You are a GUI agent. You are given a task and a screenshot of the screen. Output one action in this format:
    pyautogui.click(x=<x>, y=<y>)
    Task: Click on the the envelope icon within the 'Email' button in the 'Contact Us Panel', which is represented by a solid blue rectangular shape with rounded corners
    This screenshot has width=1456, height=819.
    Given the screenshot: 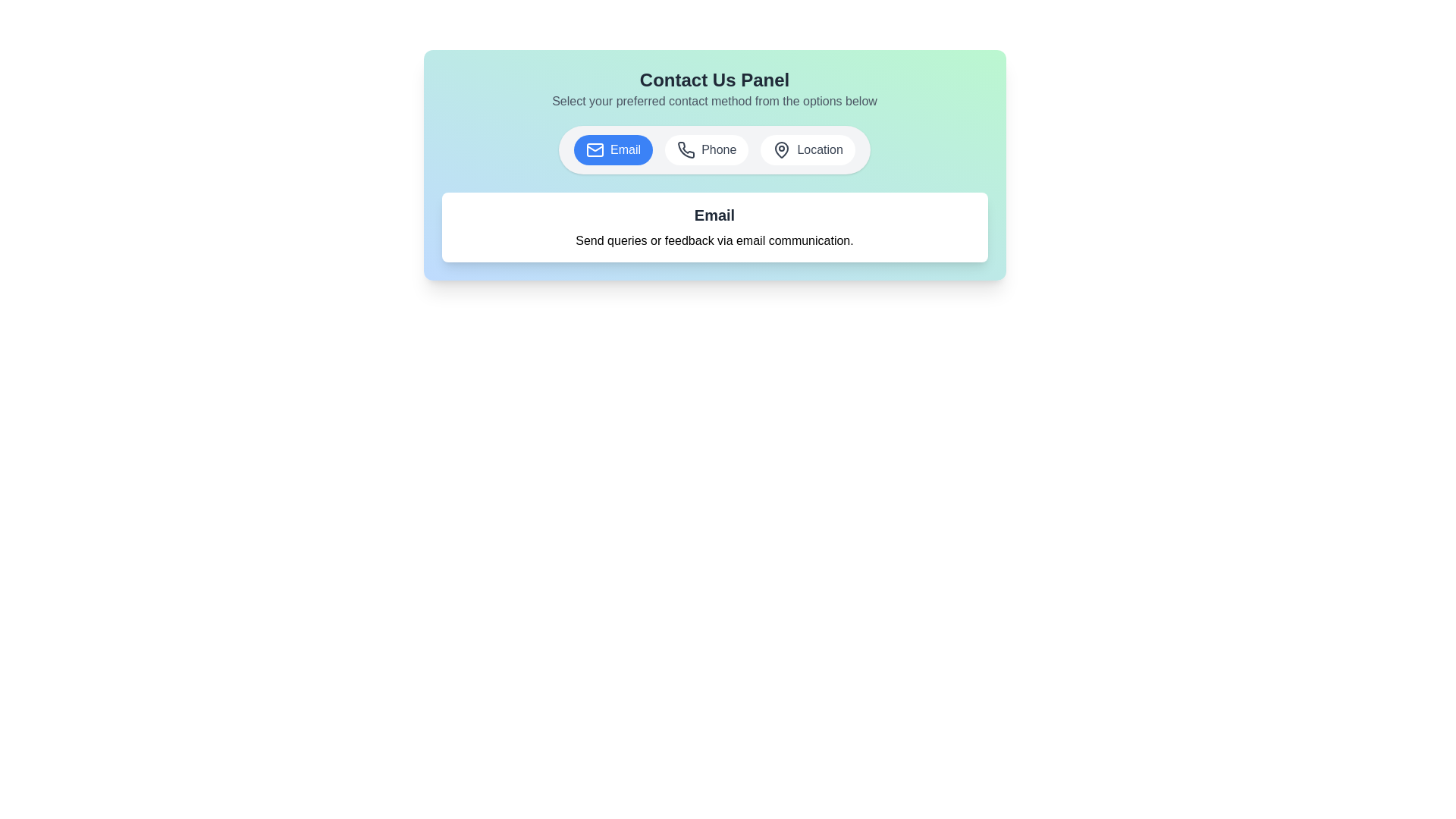 What is the action you would take?
    pyautogui.click(x=595, y=149)
    